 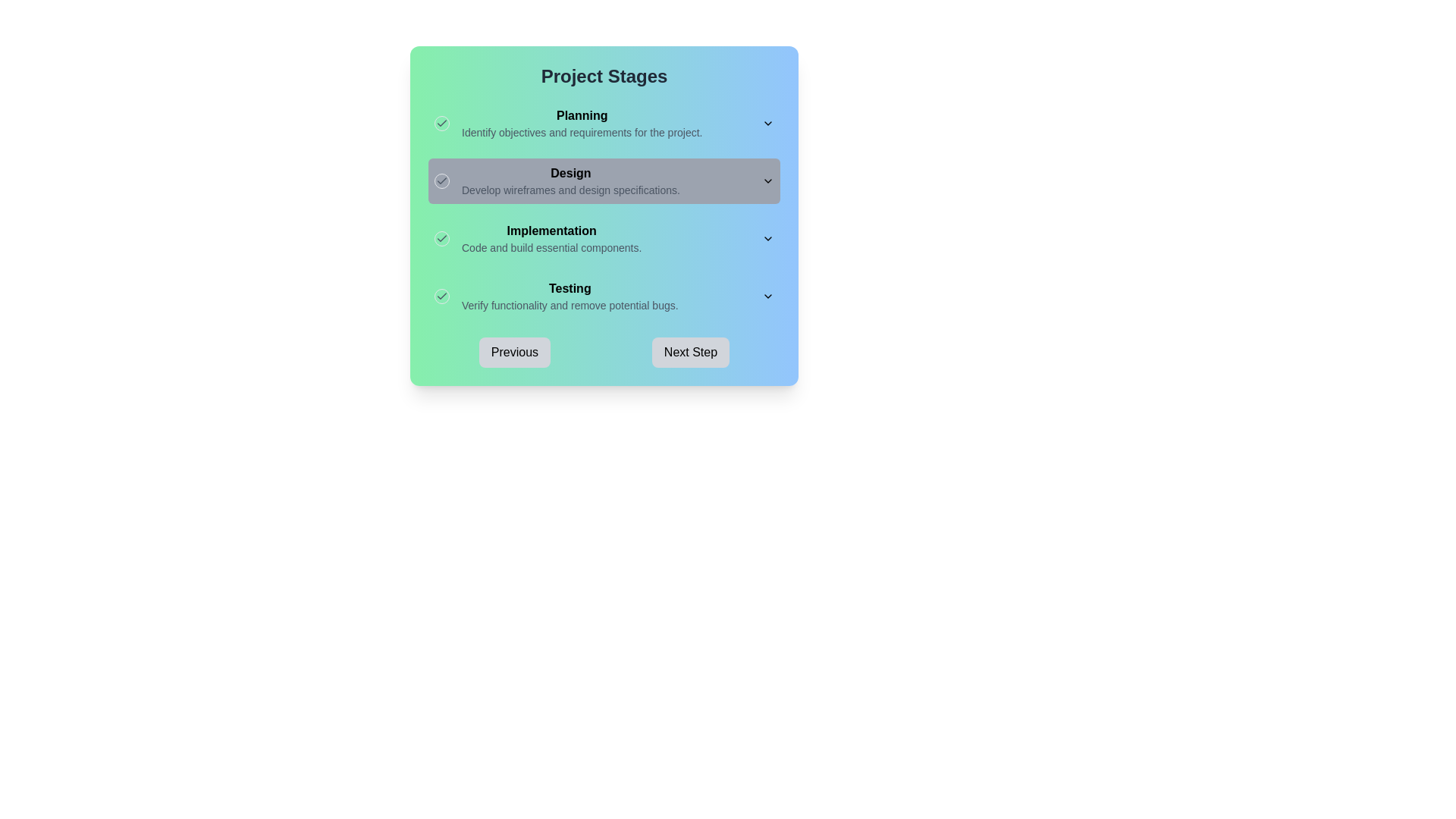 What do you see at coordinates (767, 239) in the screenshot?
I see `the toggle button located immediately to the right of the 'Implementation' task entry` at bounding box center [767, 239].